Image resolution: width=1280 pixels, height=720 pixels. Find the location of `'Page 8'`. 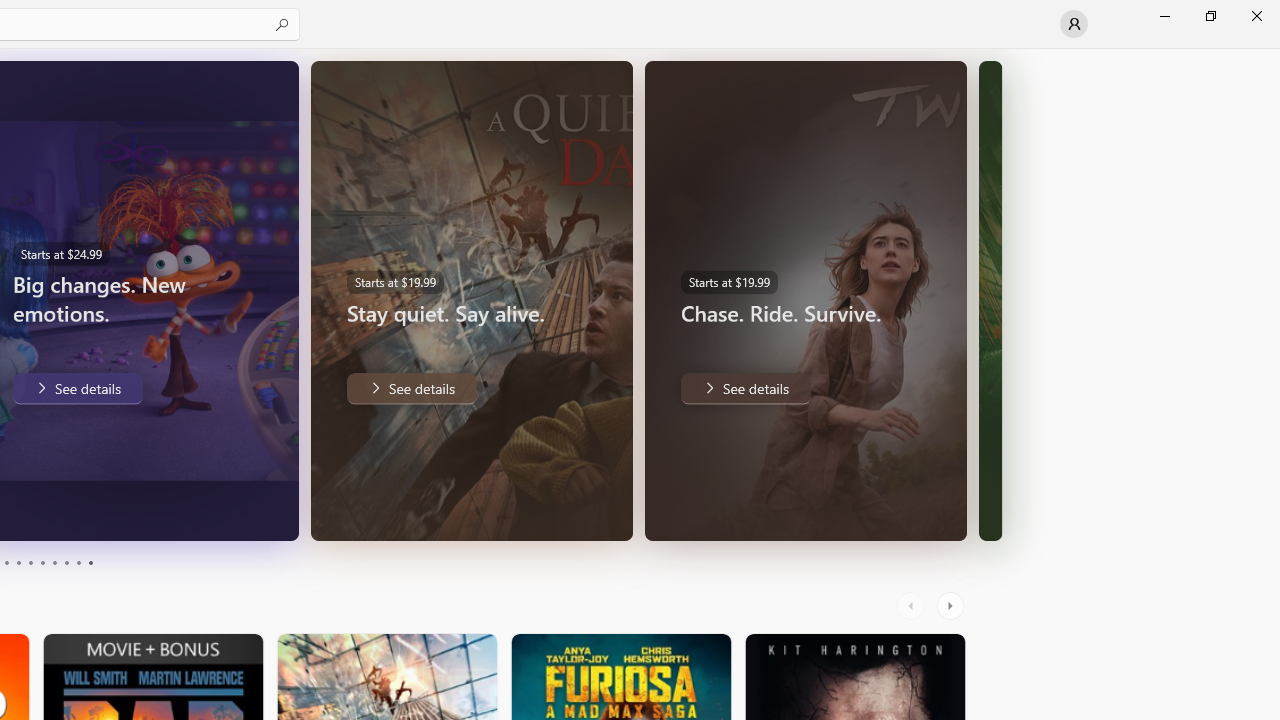

'Page 8' is located at coordinates (65, 563).